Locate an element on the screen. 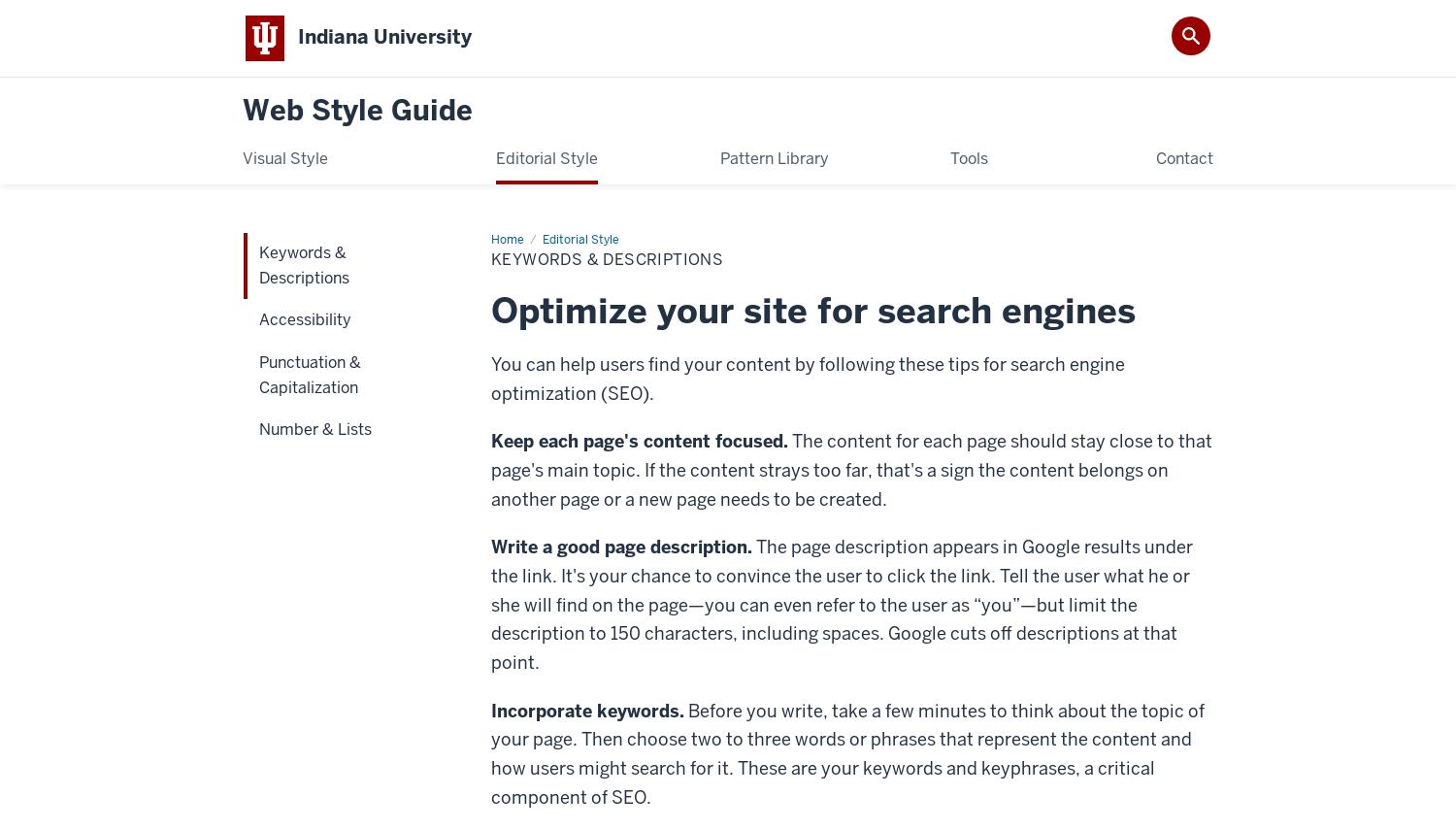 The height and width of the screenshot is (829, 1456). 'Optimize your site for search engines' is located at coordinates (812, 308).